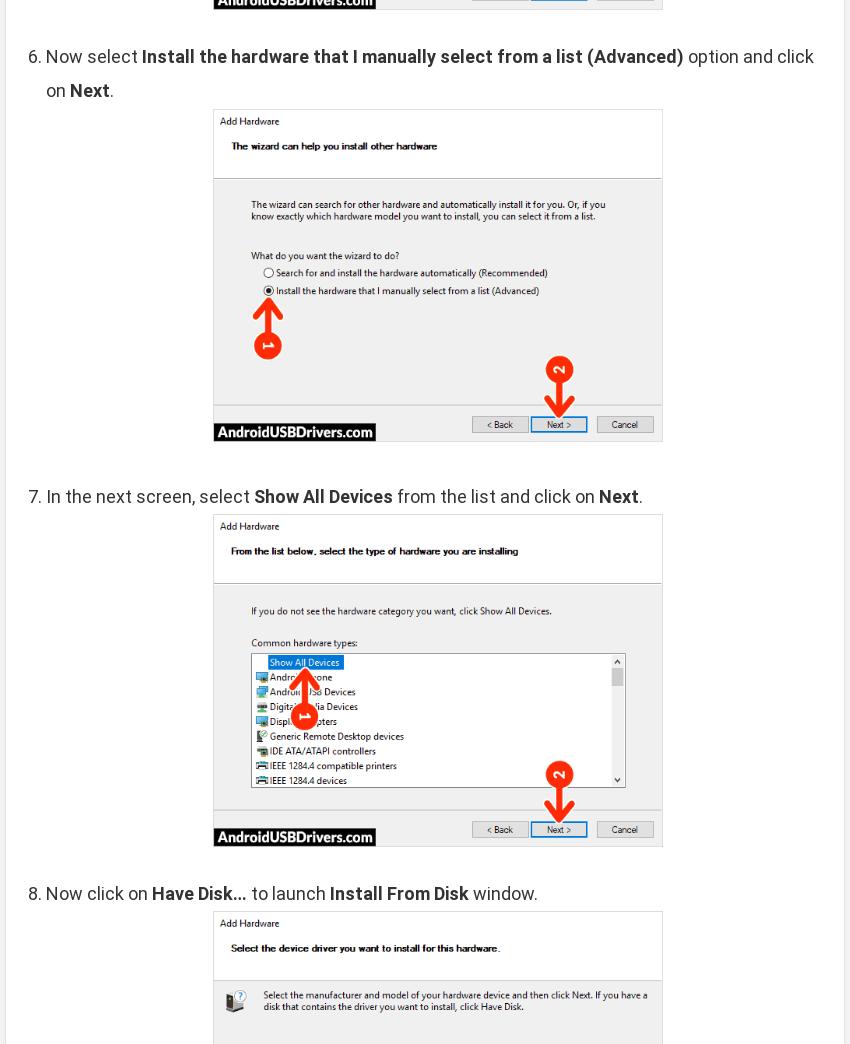 The height and width of the screenshot is (1044, 850). Describe the element at coordinates (150, 495) in the screenshot. I see `'In the next screen, select'` at that location.